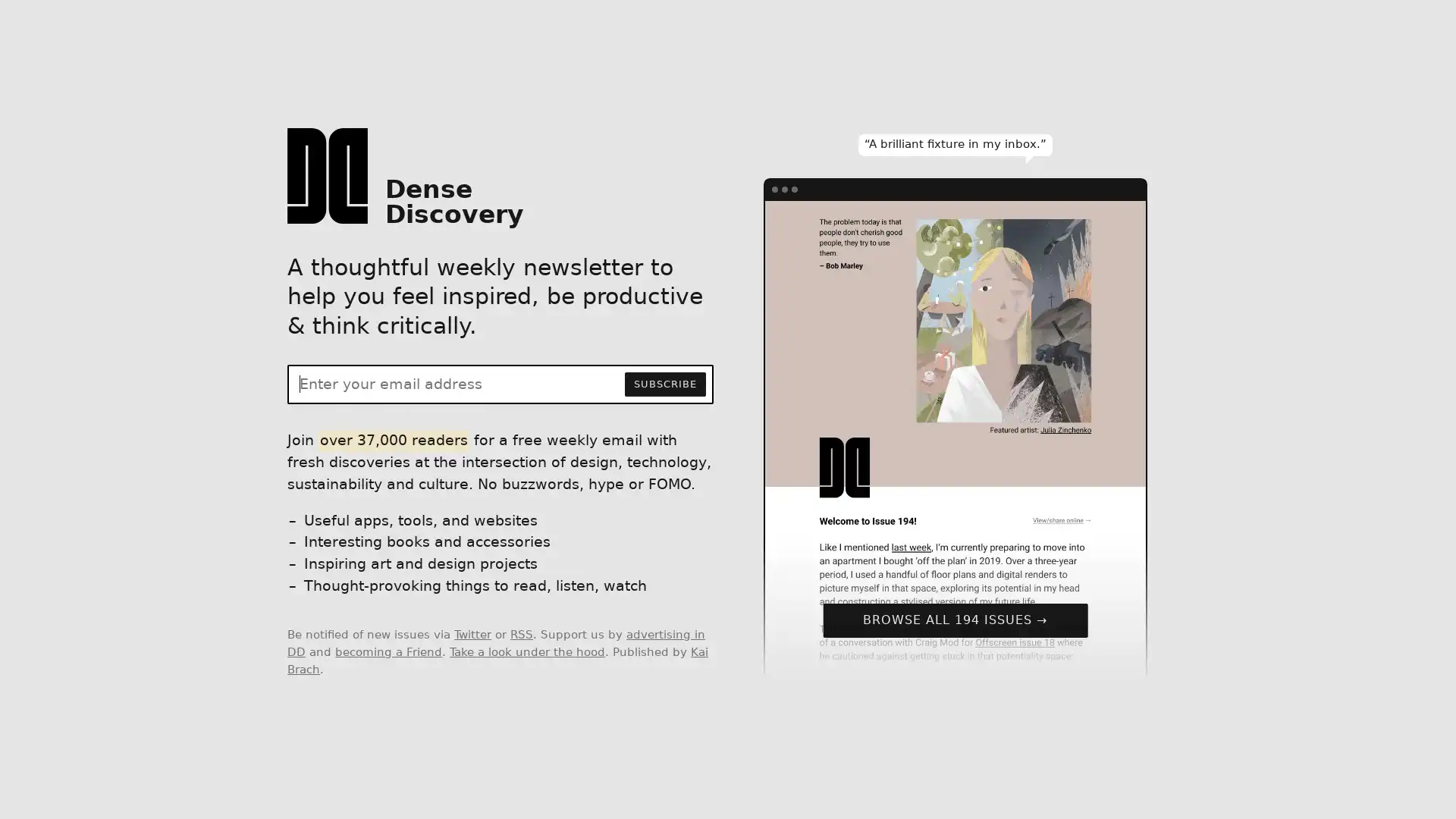  Describe the element at coordinates (665, 382) in the screenshot. I see `SUBSCRIBE` at that location.